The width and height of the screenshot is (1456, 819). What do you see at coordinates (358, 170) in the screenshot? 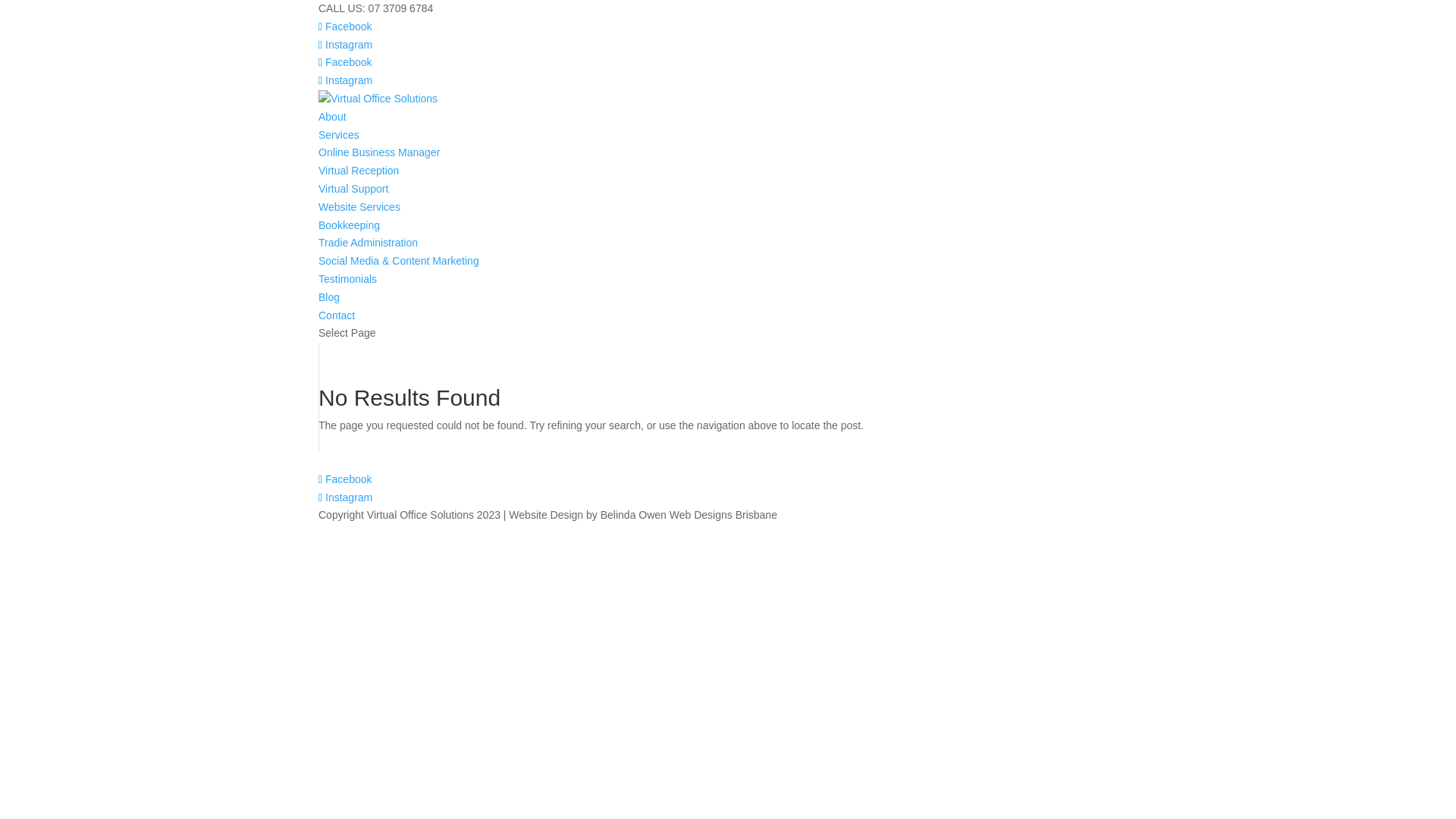
I see `'Virtual Reception'` at bounding box center [358, 170].